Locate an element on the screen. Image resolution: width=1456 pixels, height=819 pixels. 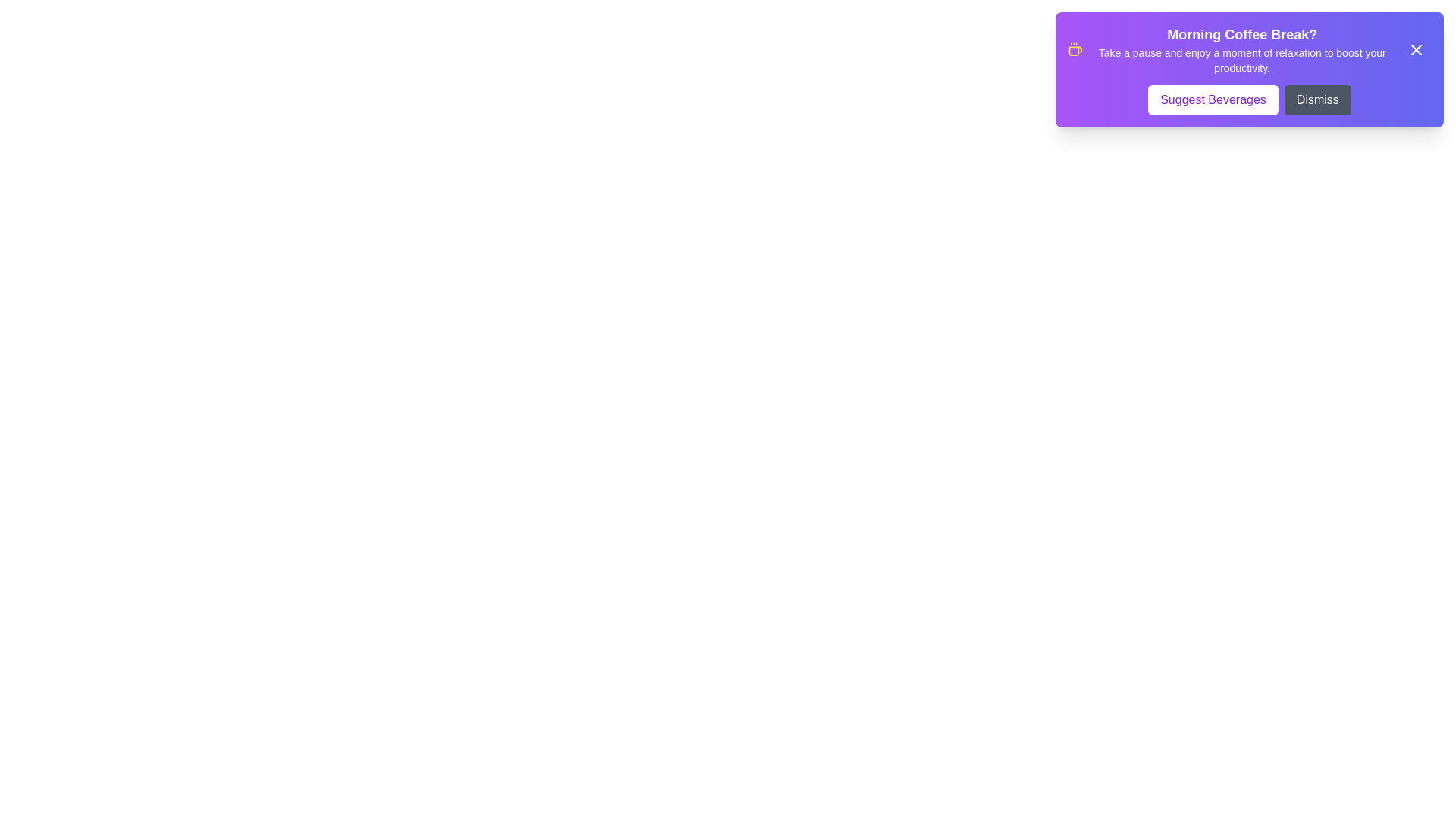
'Dismiss' button to hide the snackbar is located at coordinates (1316, 99).